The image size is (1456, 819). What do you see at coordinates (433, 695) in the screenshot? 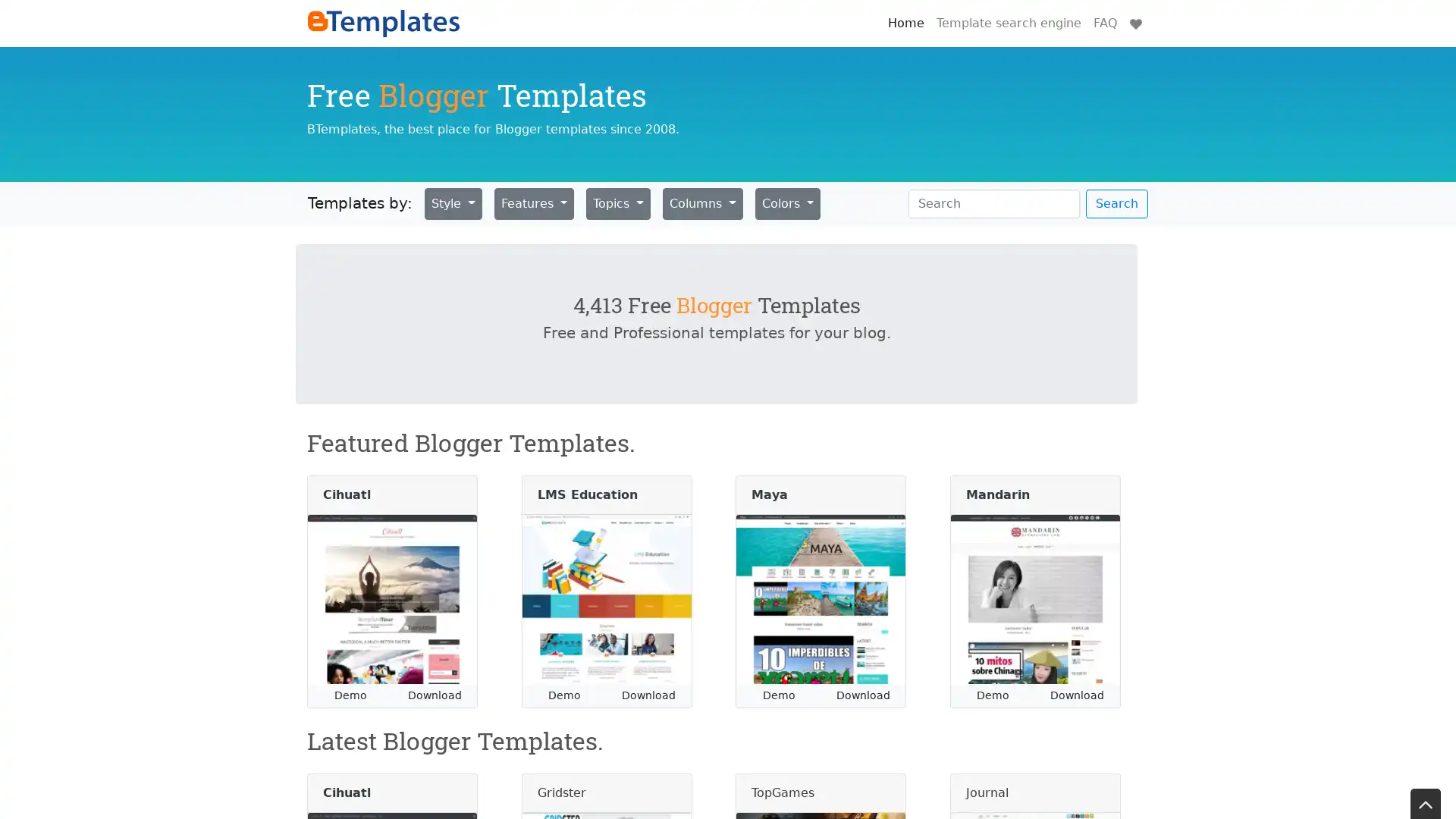
I see `Download` at bounding box center [433, 695].